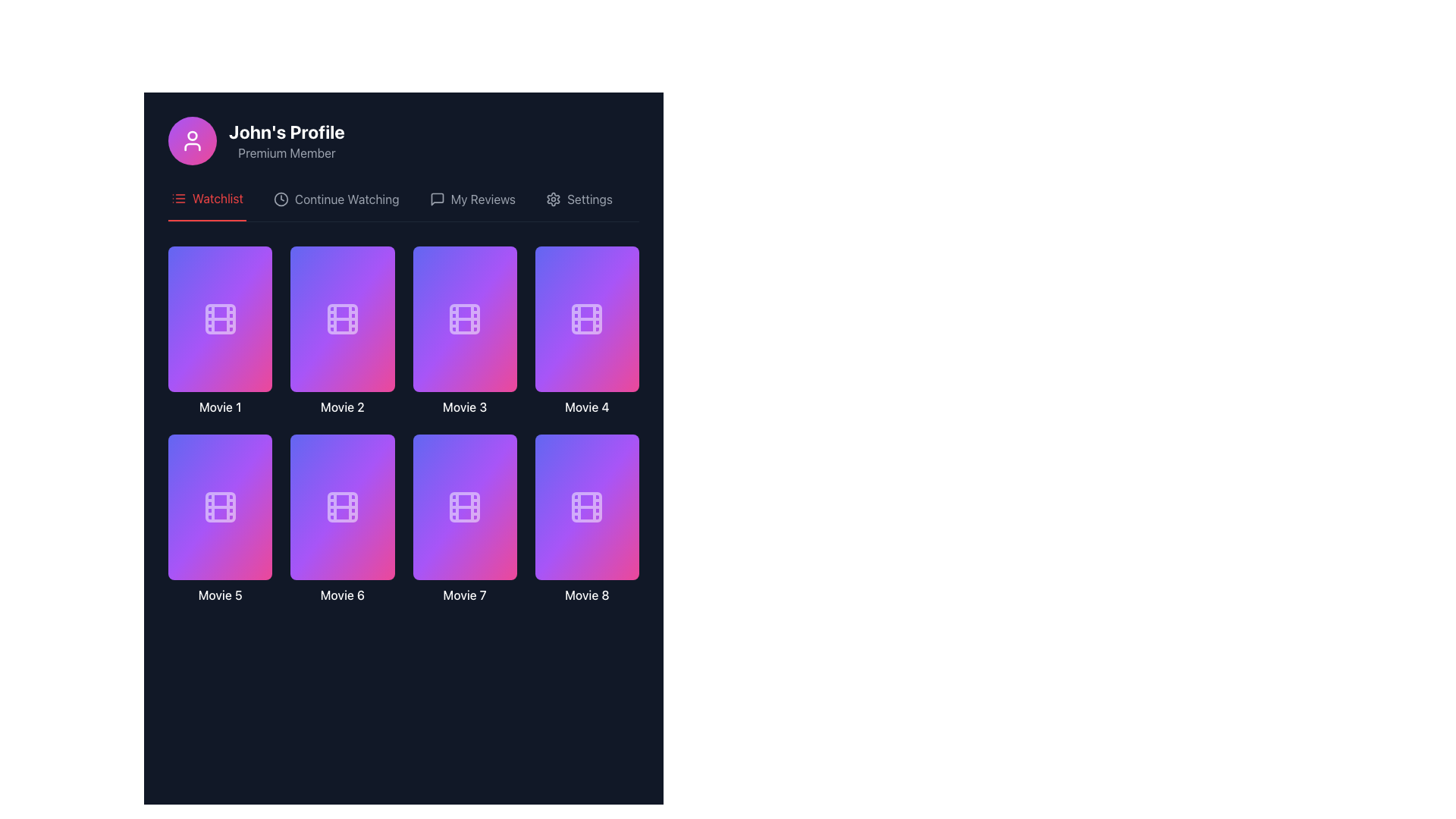 The image size is (1456, 819). What do you see at coordinates (578, 205) in the screenshot?
I see `the fourth menu item in the horizontal navigation bar` at bounding box center [578, 205].